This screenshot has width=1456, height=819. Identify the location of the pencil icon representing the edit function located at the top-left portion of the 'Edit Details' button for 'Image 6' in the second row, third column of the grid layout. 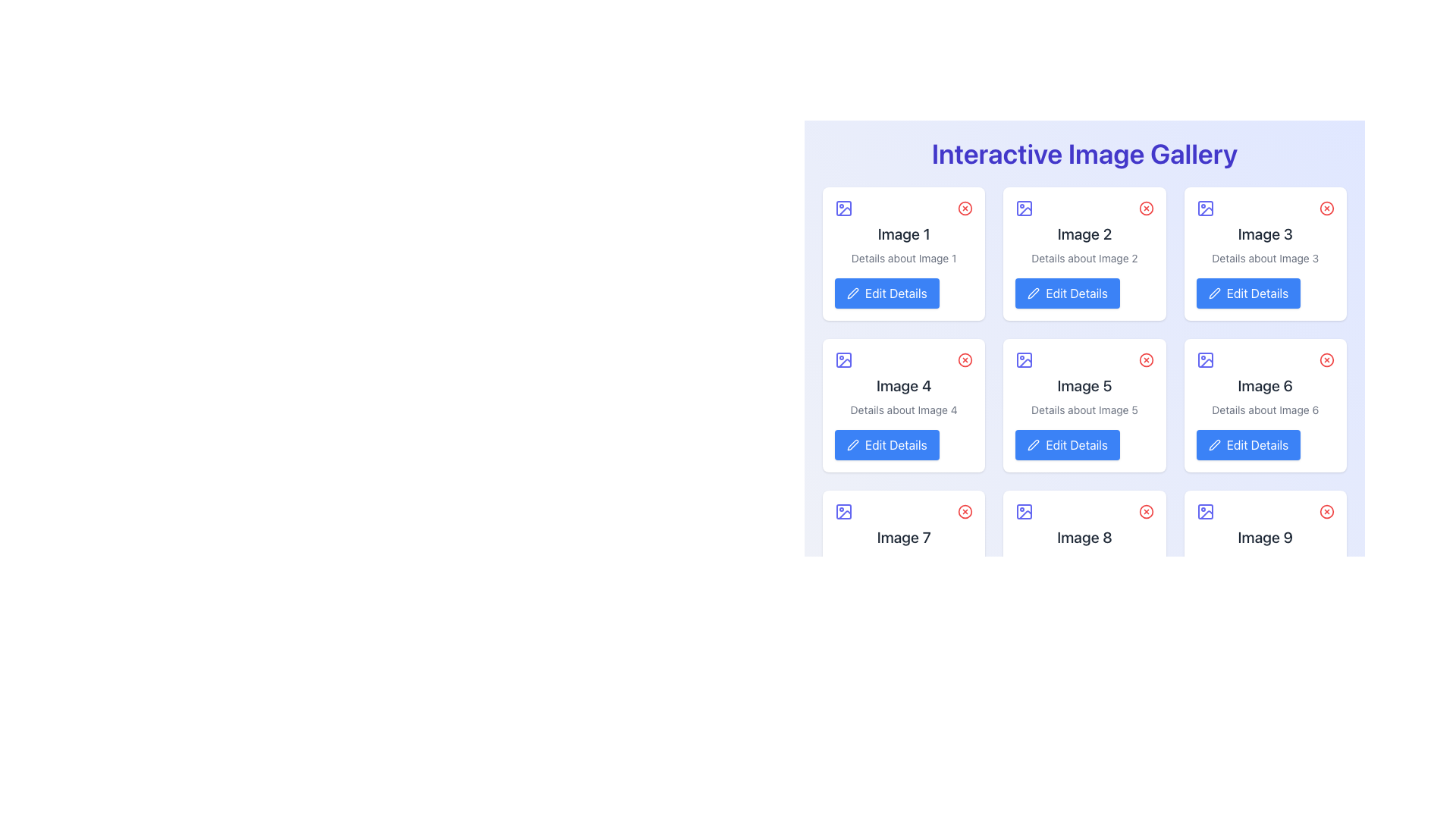
(1214, 444).